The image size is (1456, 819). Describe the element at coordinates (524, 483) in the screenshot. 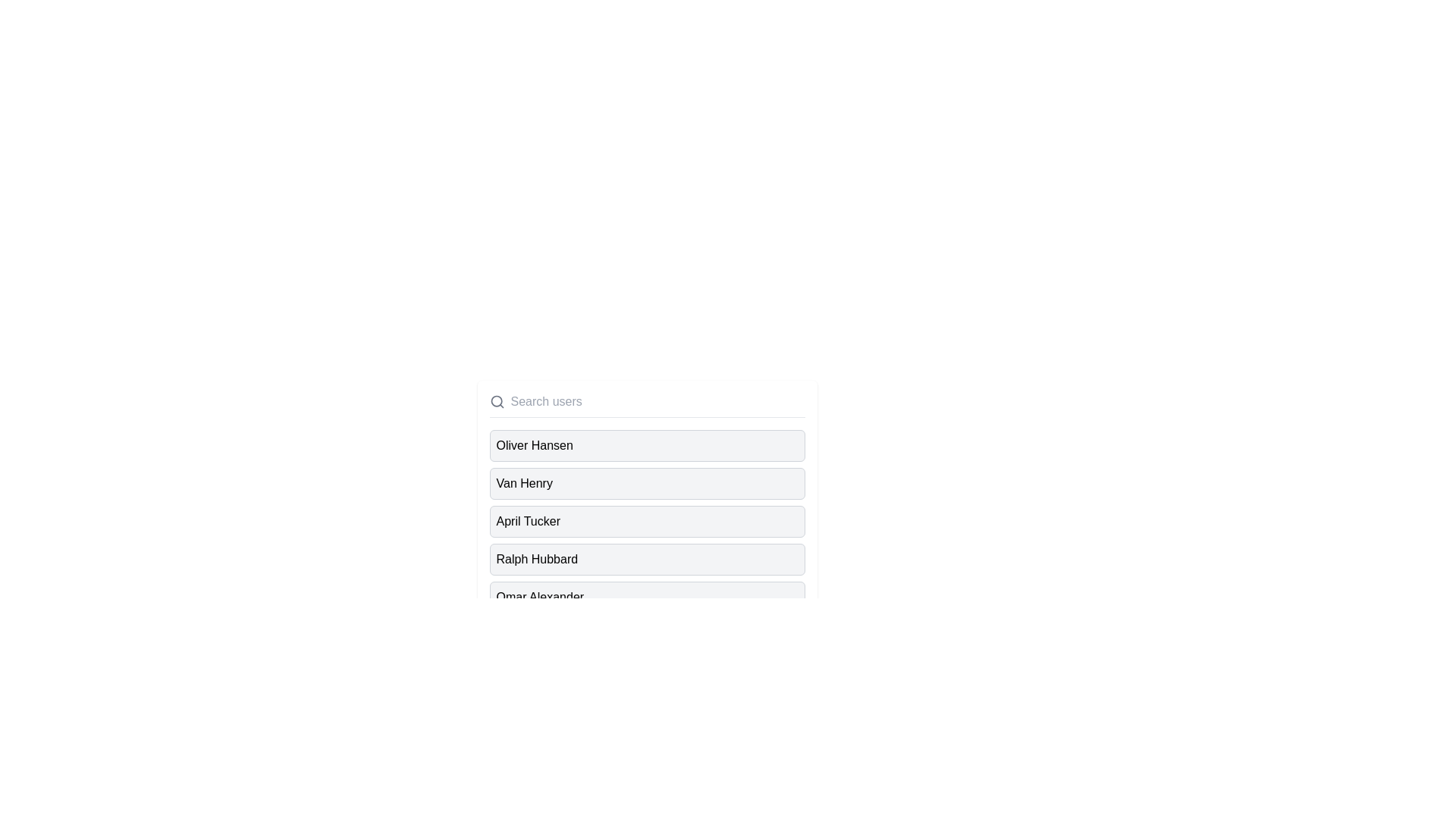

I see `the text node displaying the name 'Van Henry'` at that location.